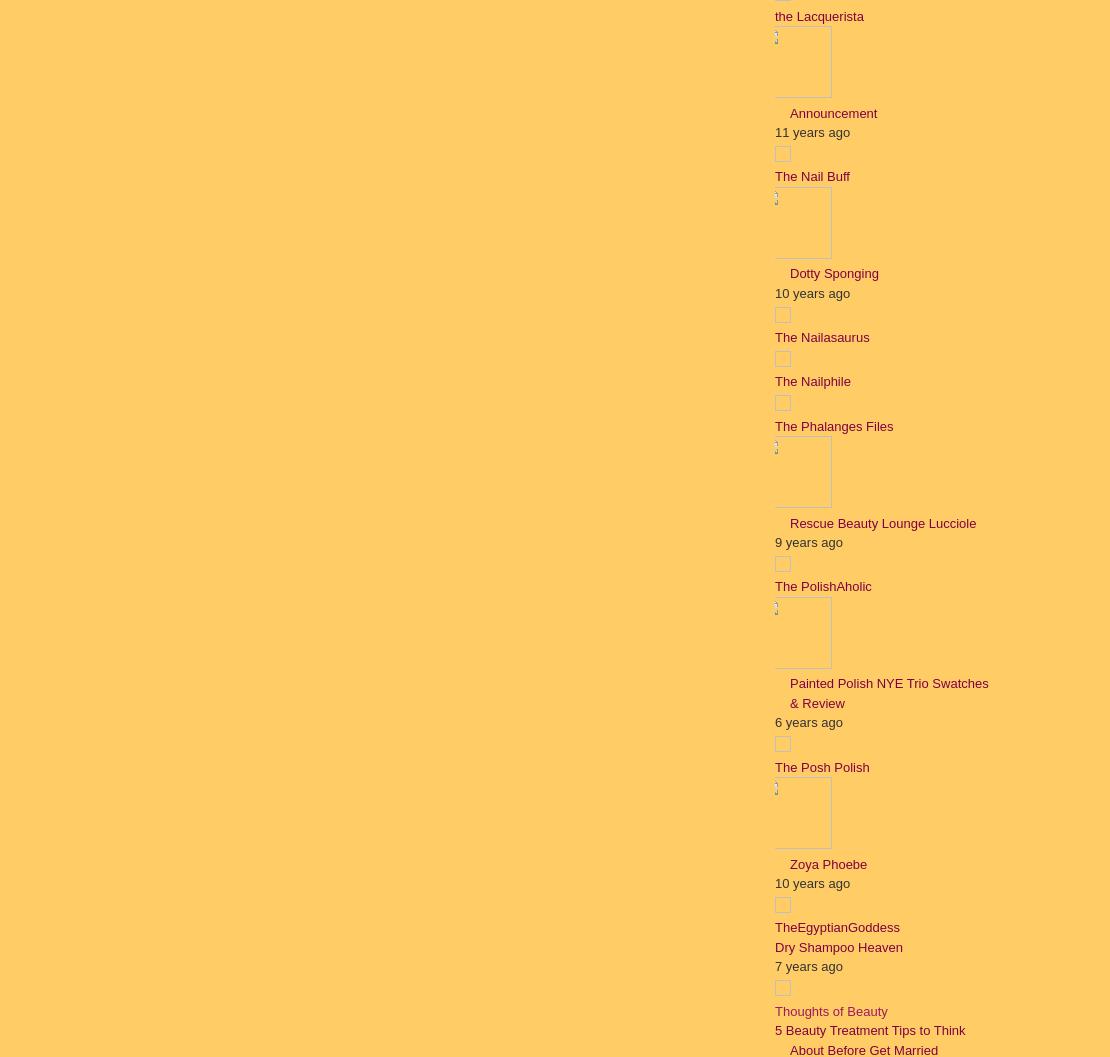 This screenshot has height=1057, width=1110. I want to click on 'Dry Shampoo Heaven', so click(774, 946).